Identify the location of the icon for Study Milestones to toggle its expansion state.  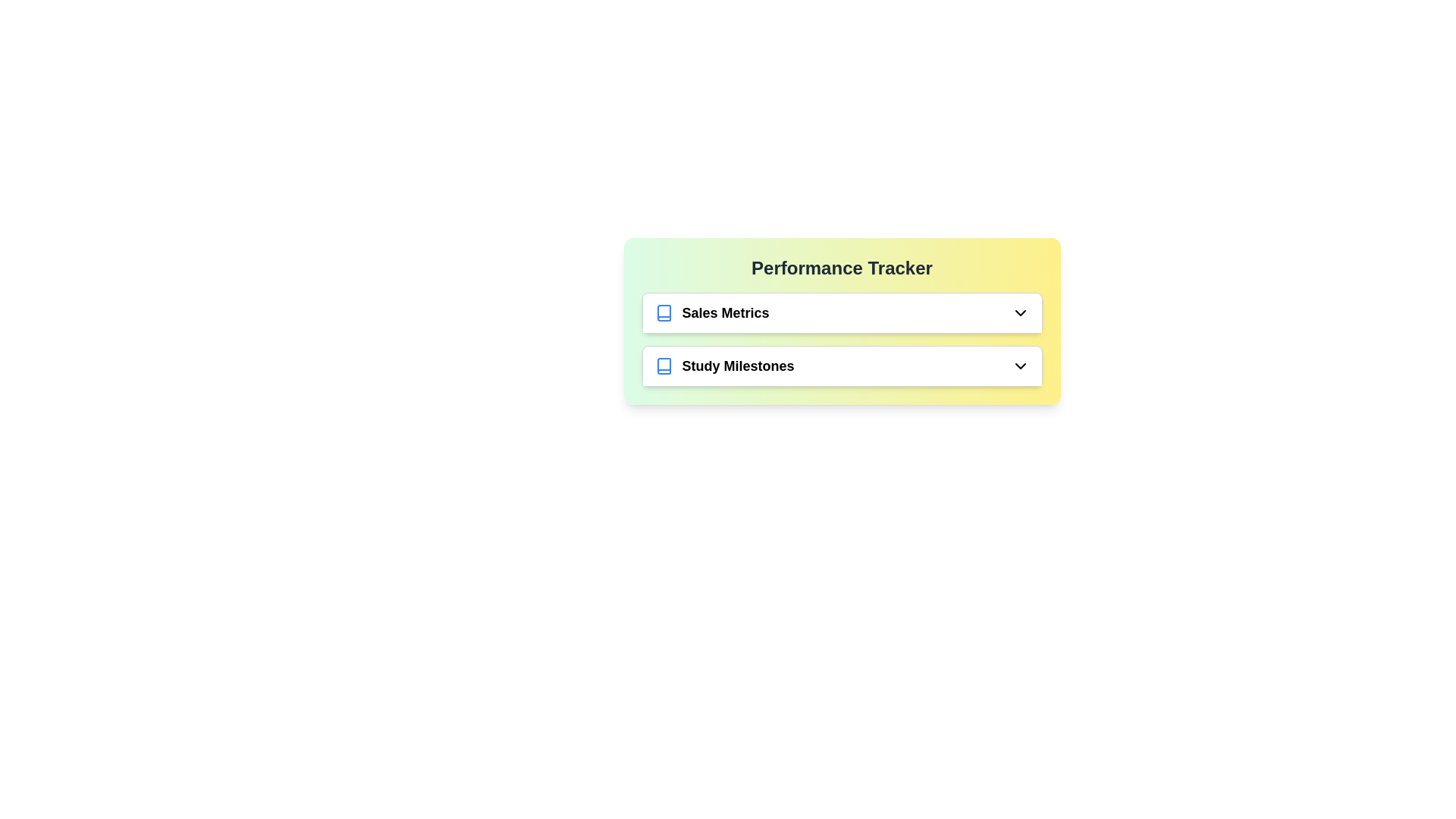
(1020, 366).